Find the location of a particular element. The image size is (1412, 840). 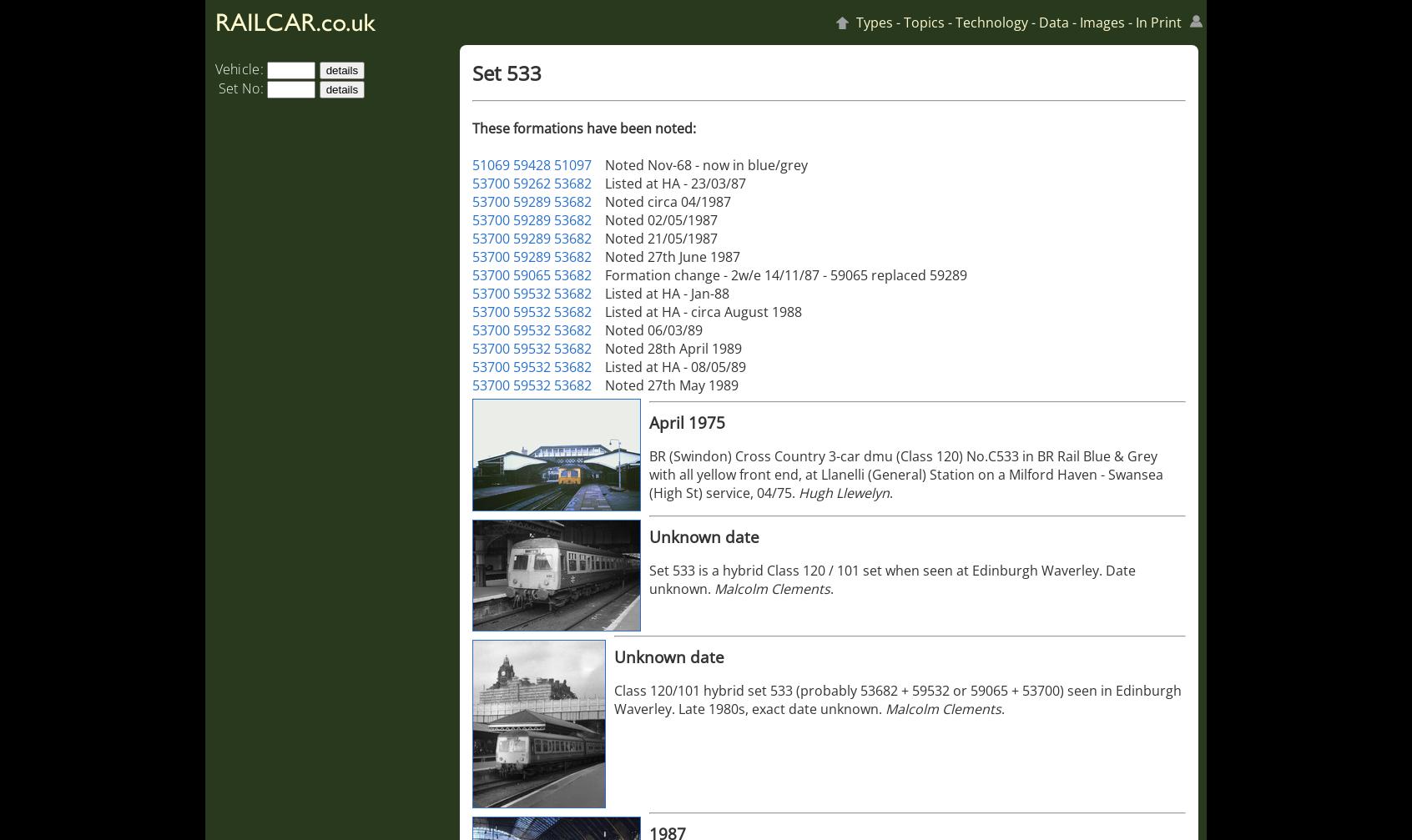

'Noted Nov-68 - now in blue/grey' is located at coordinates (706, 164).